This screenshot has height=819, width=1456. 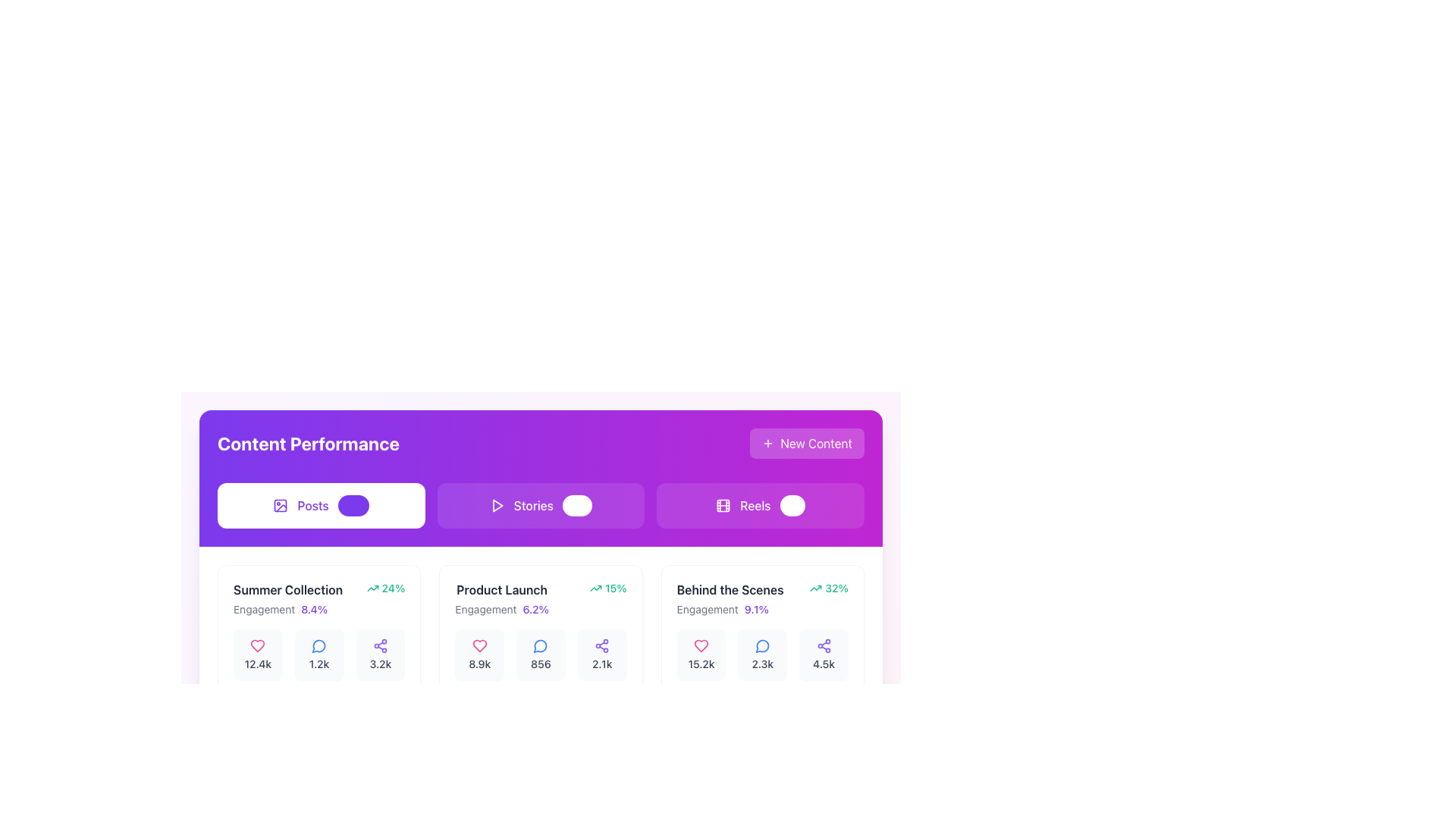 I want to click on the value displayed on the rectangular badge with rounded corners showing '89', located in the top-right corner of the interface, adjacent to the 'Reels' label, so click(x=792, y=506).